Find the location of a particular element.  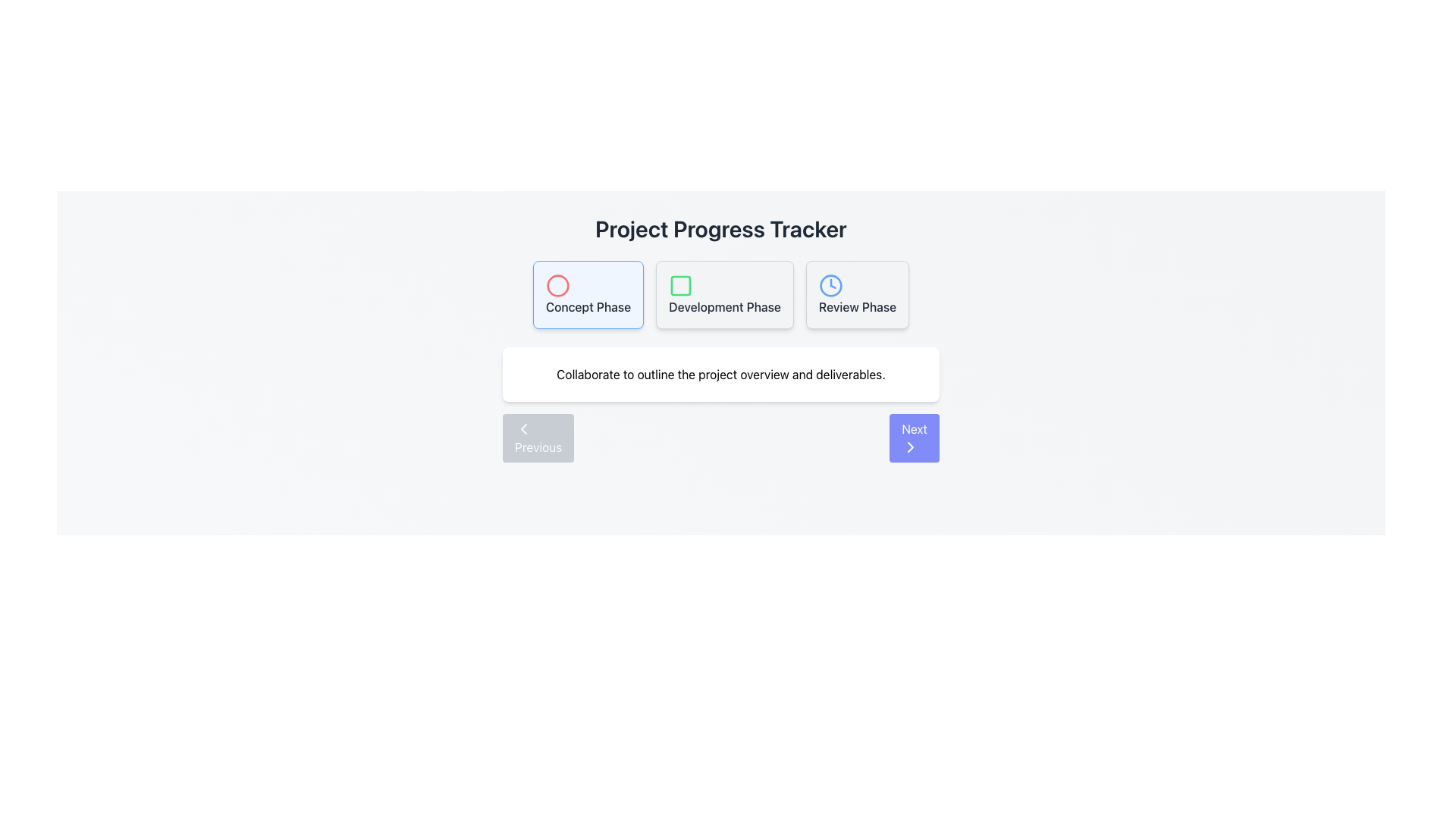

the decorative SVG Circle element that is part of the clock icon in the 'Review Phase' section of the progress tracker is located at coordinates (830, 286).